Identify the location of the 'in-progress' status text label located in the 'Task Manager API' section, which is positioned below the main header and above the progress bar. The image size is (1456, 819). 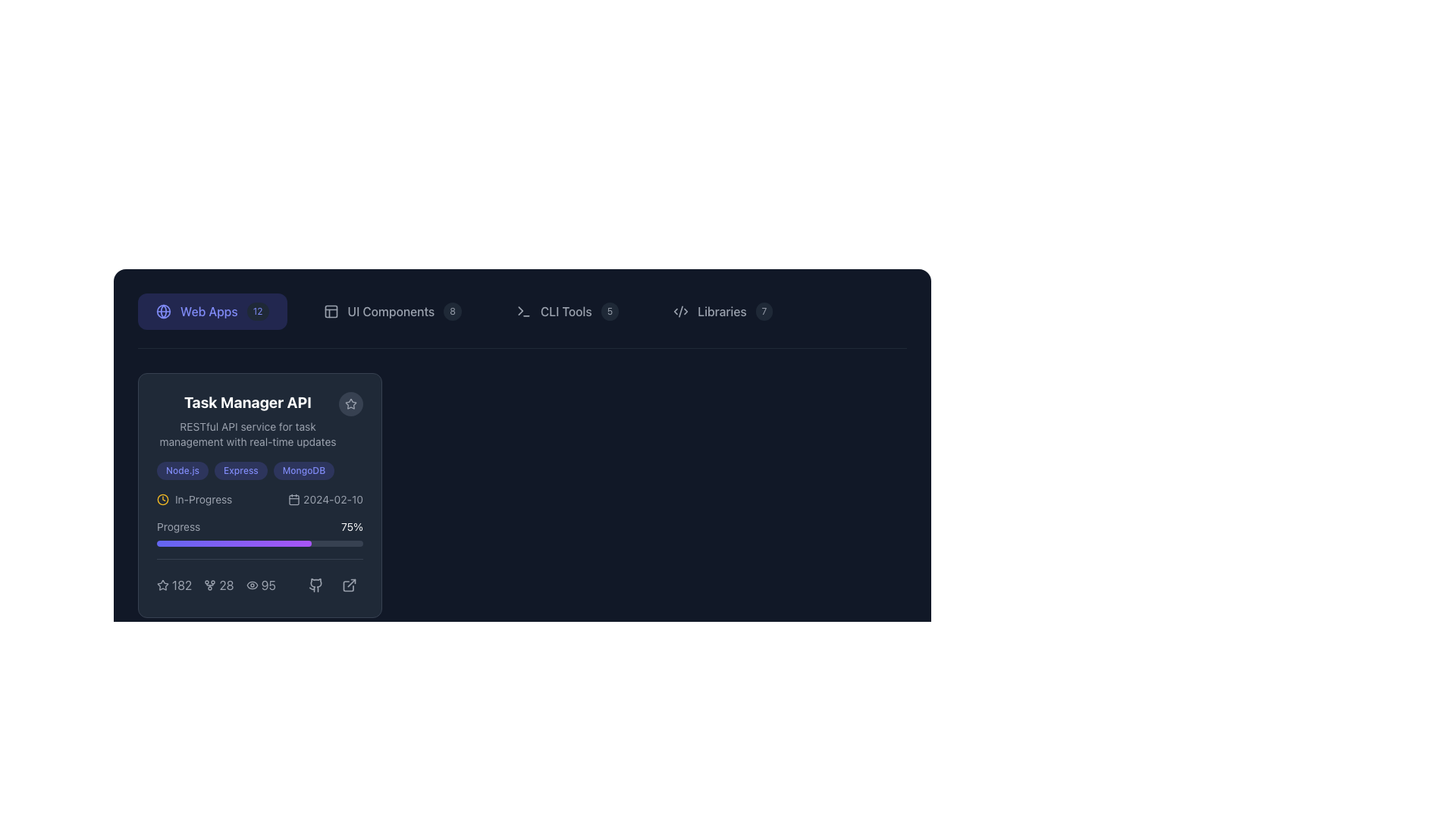
(202, 500).